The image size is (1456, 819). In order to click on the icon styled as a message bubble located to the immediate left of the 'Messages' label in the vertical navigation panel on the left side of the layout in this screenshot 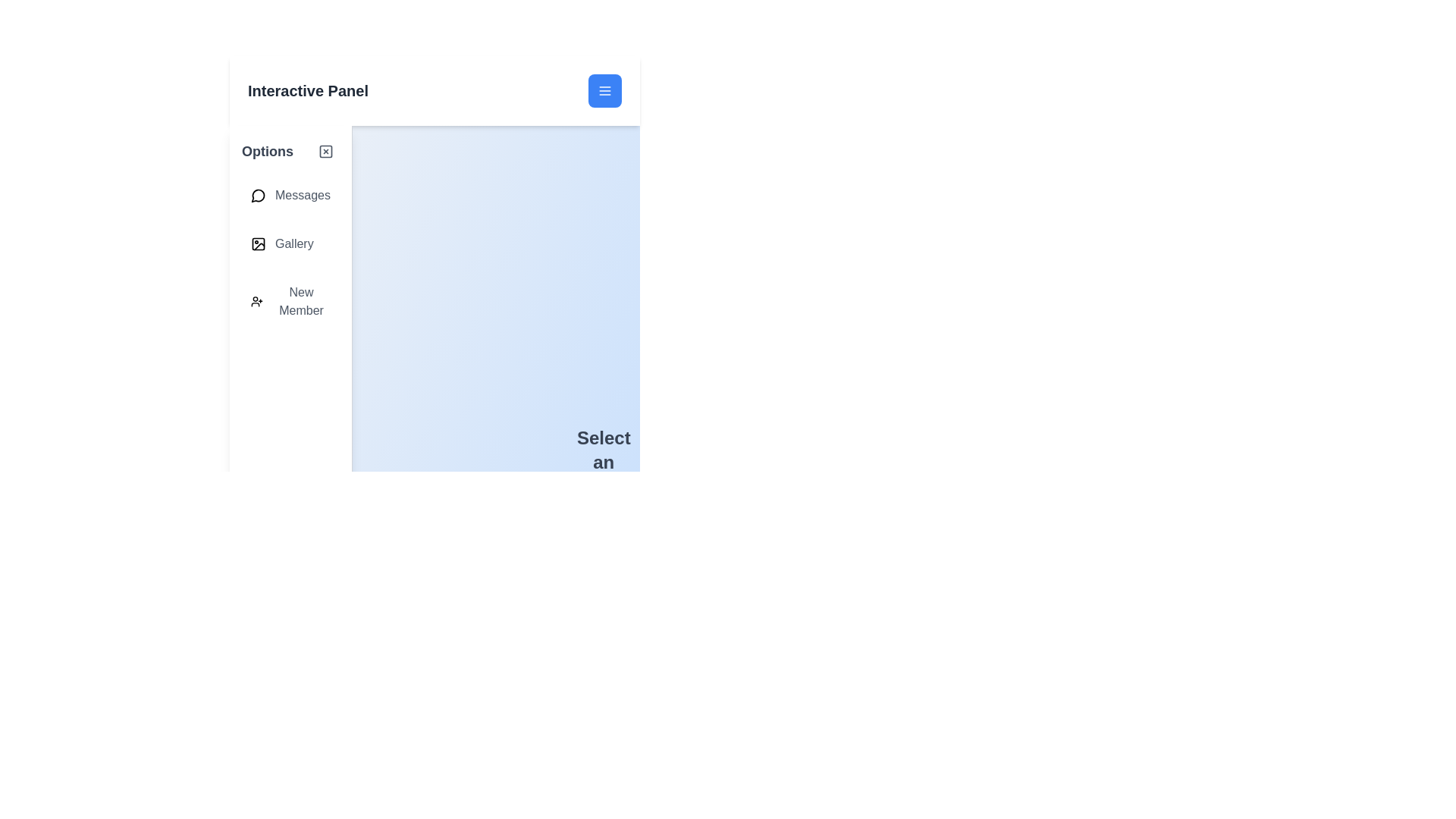, I will do `click(258, 195)`.